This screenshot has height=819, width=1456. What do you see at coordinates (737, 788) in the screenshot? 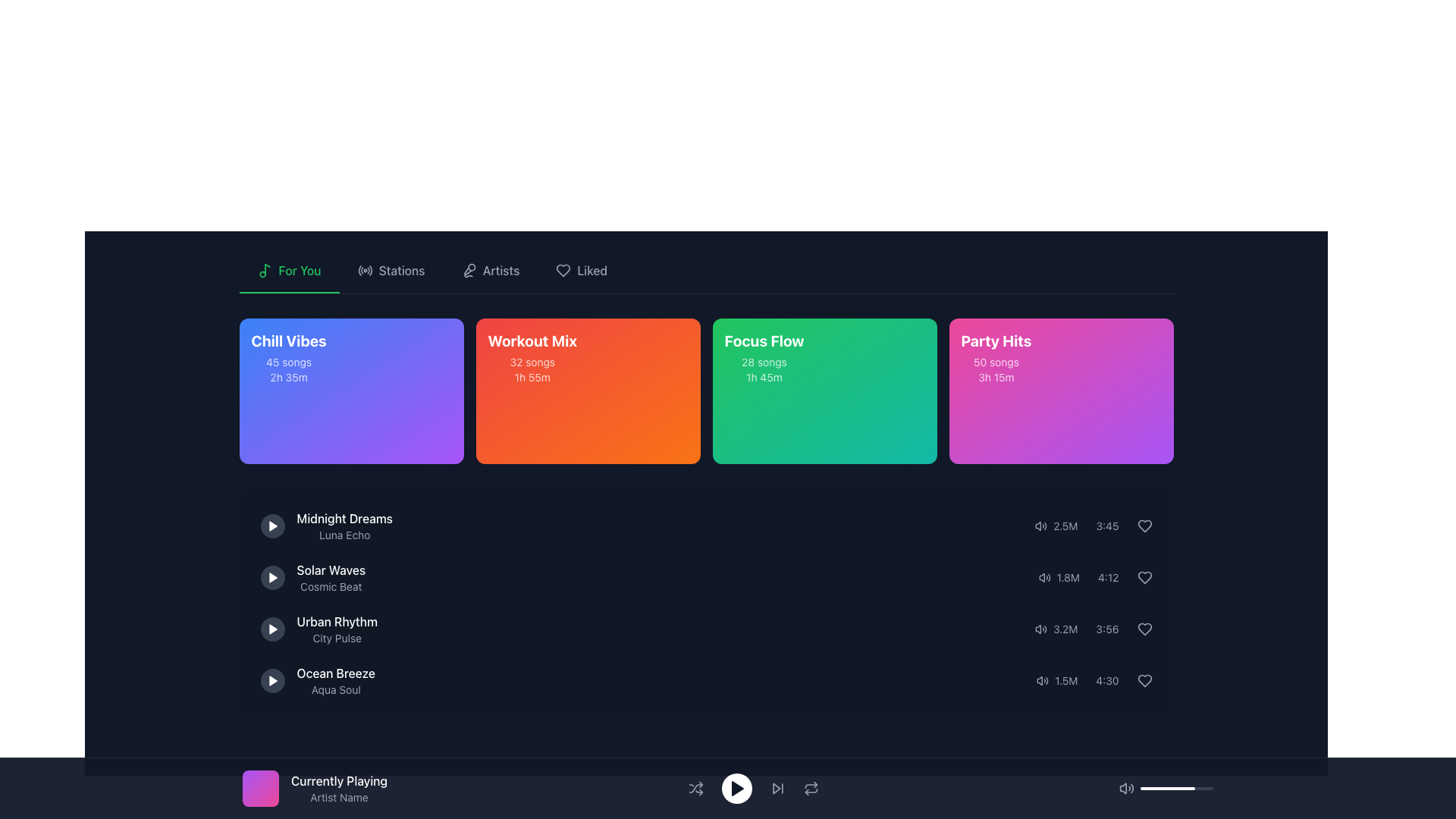
I see `the triangular play button icon located in the footer section of the application` at bounding box center [737, 788].